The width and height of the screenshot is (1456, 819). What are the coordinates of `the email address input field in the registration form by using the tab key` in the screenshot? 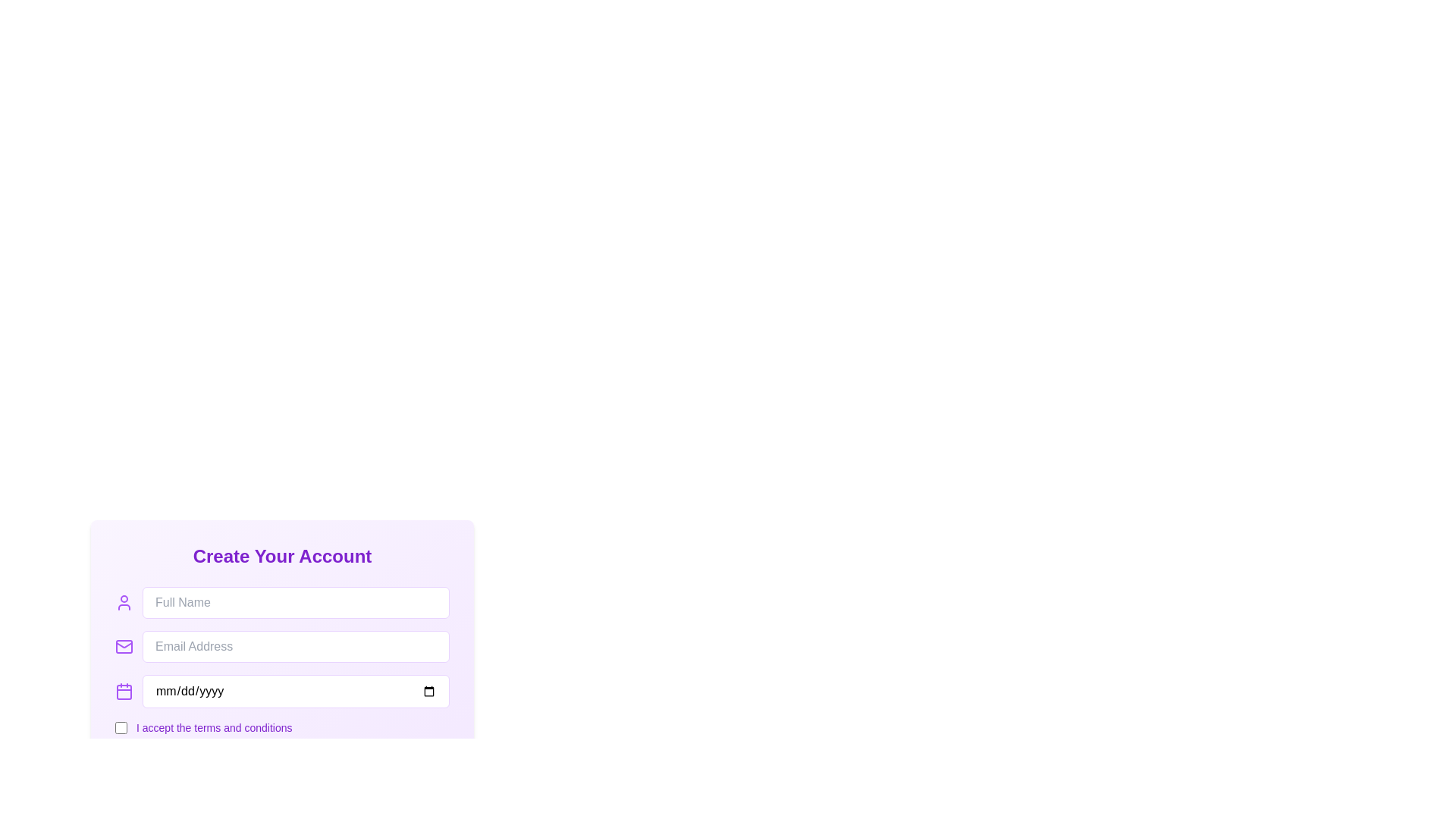 It's located at (296, 646).